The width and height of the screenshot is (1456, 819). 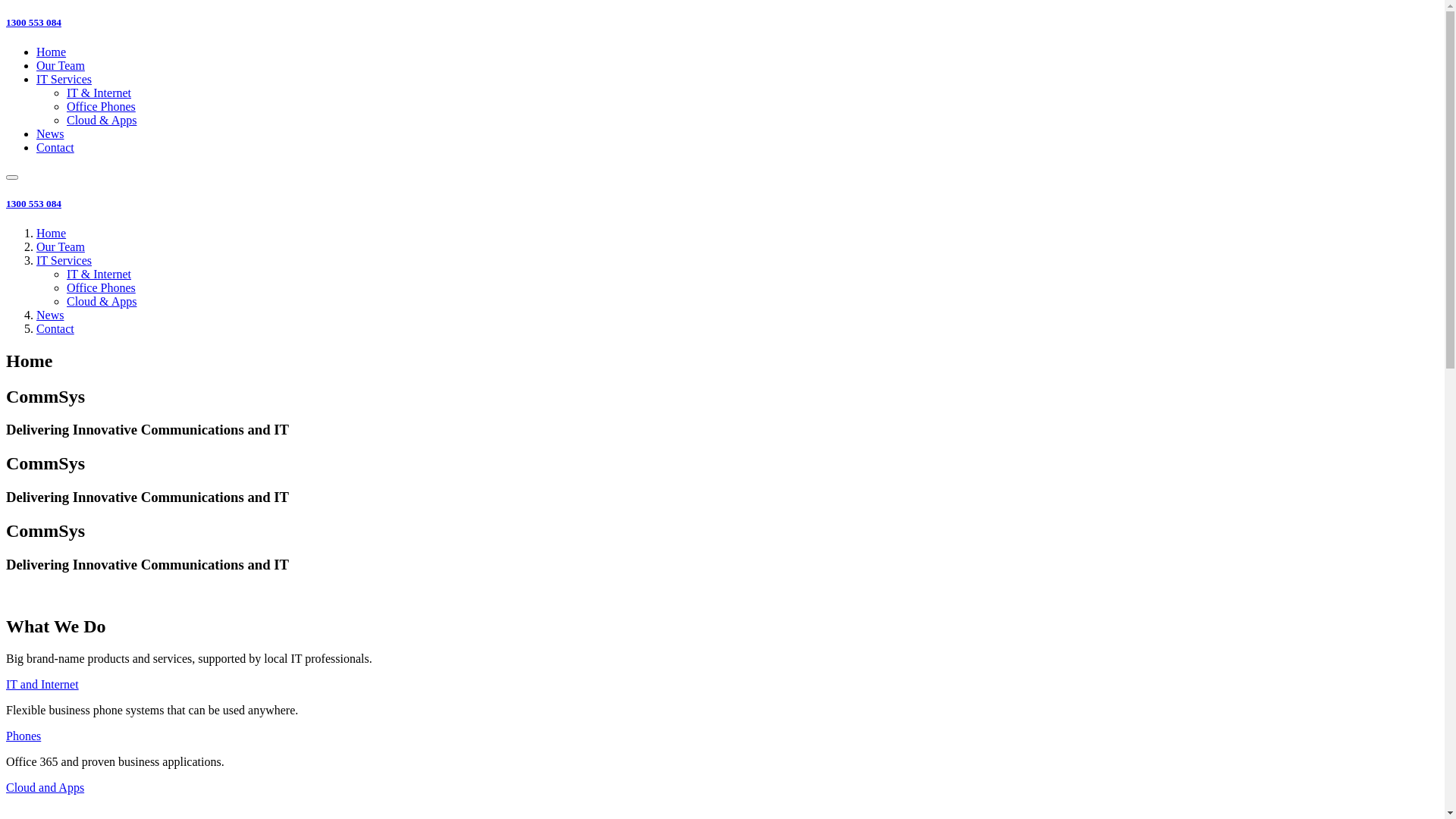 I want to click on 'Home', so click(x=51, y=233).